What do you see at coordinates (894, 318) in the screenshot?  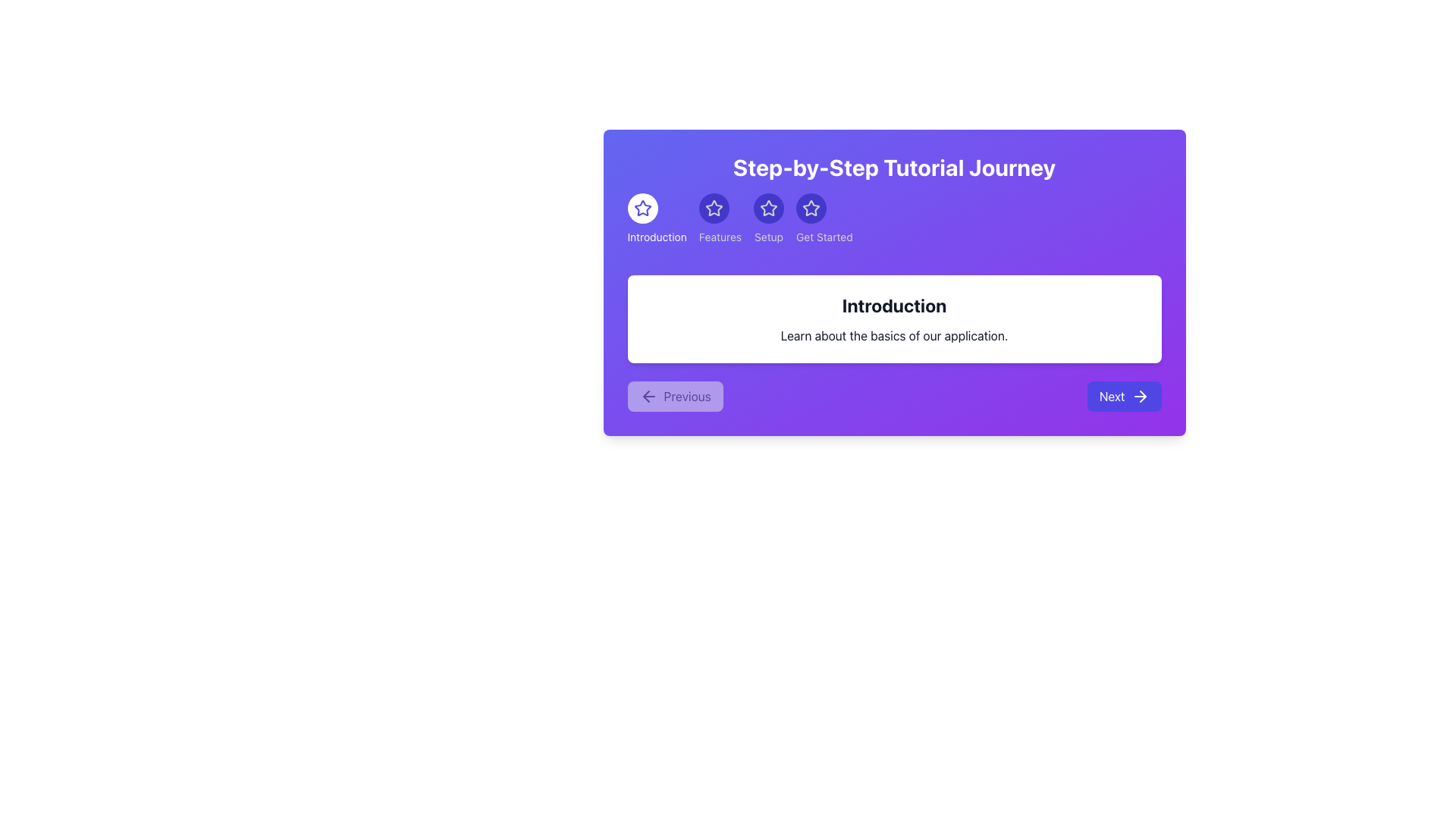 I see `text on the informational card located in the purple gradient section titled 'Step-by-Step Tutorial Journey', which is centrally positioned below the horizontal navigation bar` at bounding box center [894, 318].